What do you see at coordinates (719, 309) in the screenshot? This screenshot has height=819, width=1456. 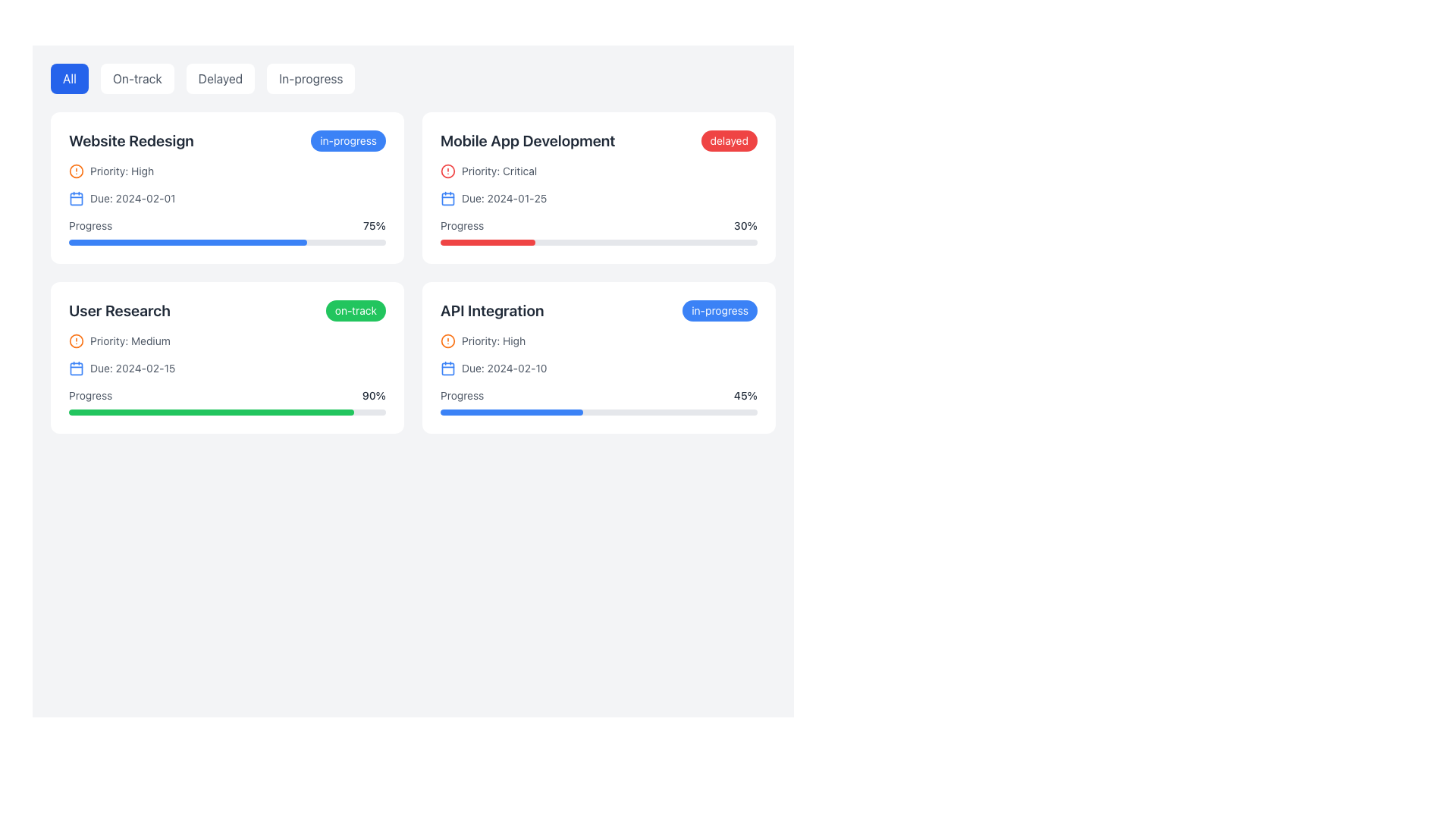 I see `the status label indicating the progress of the 'API Integration' task` at bounding box center [719, 309].